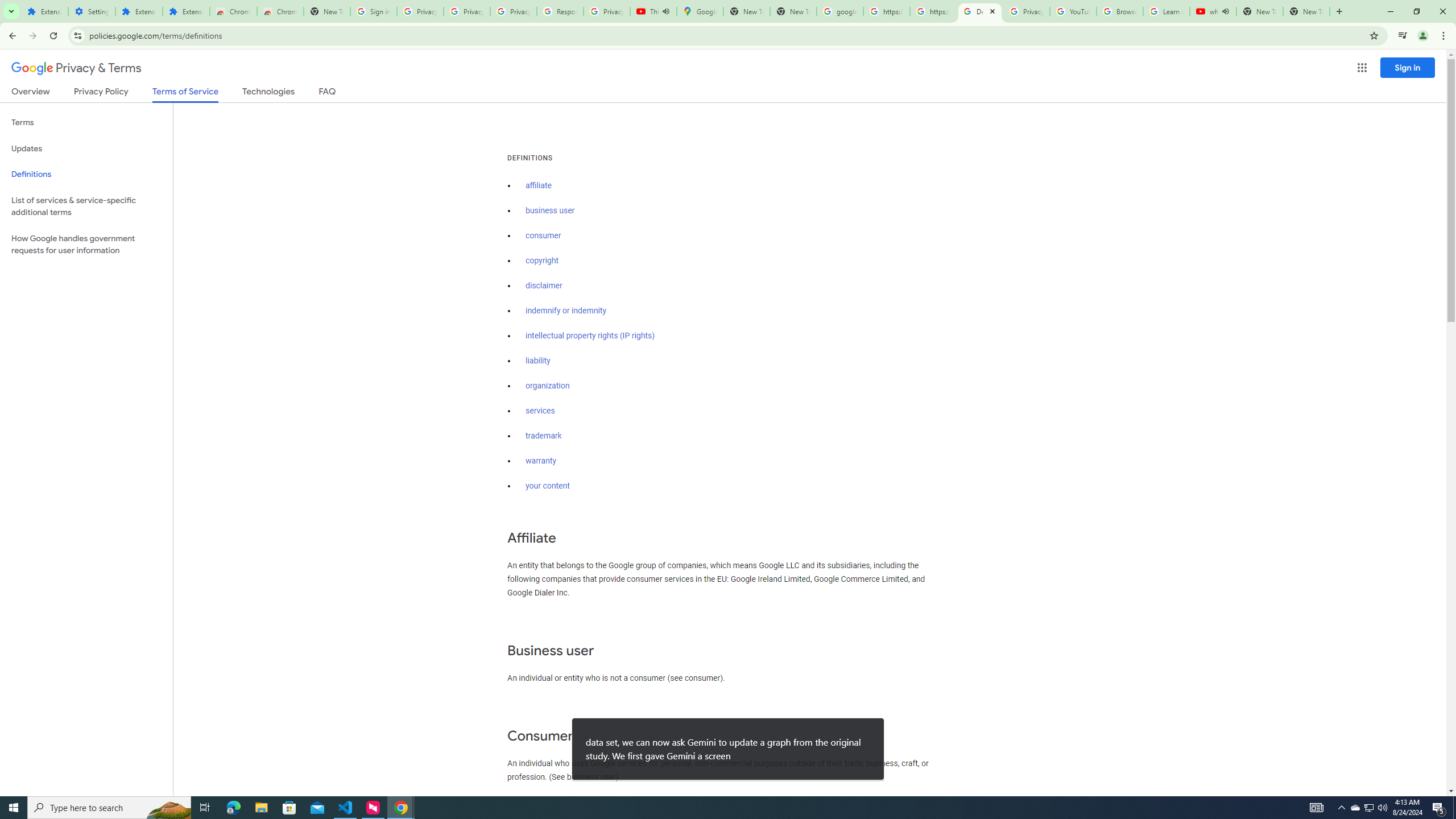 This screenshot has width=1456, height=819. I want to click on 'YouTube', so click(1073, 11).